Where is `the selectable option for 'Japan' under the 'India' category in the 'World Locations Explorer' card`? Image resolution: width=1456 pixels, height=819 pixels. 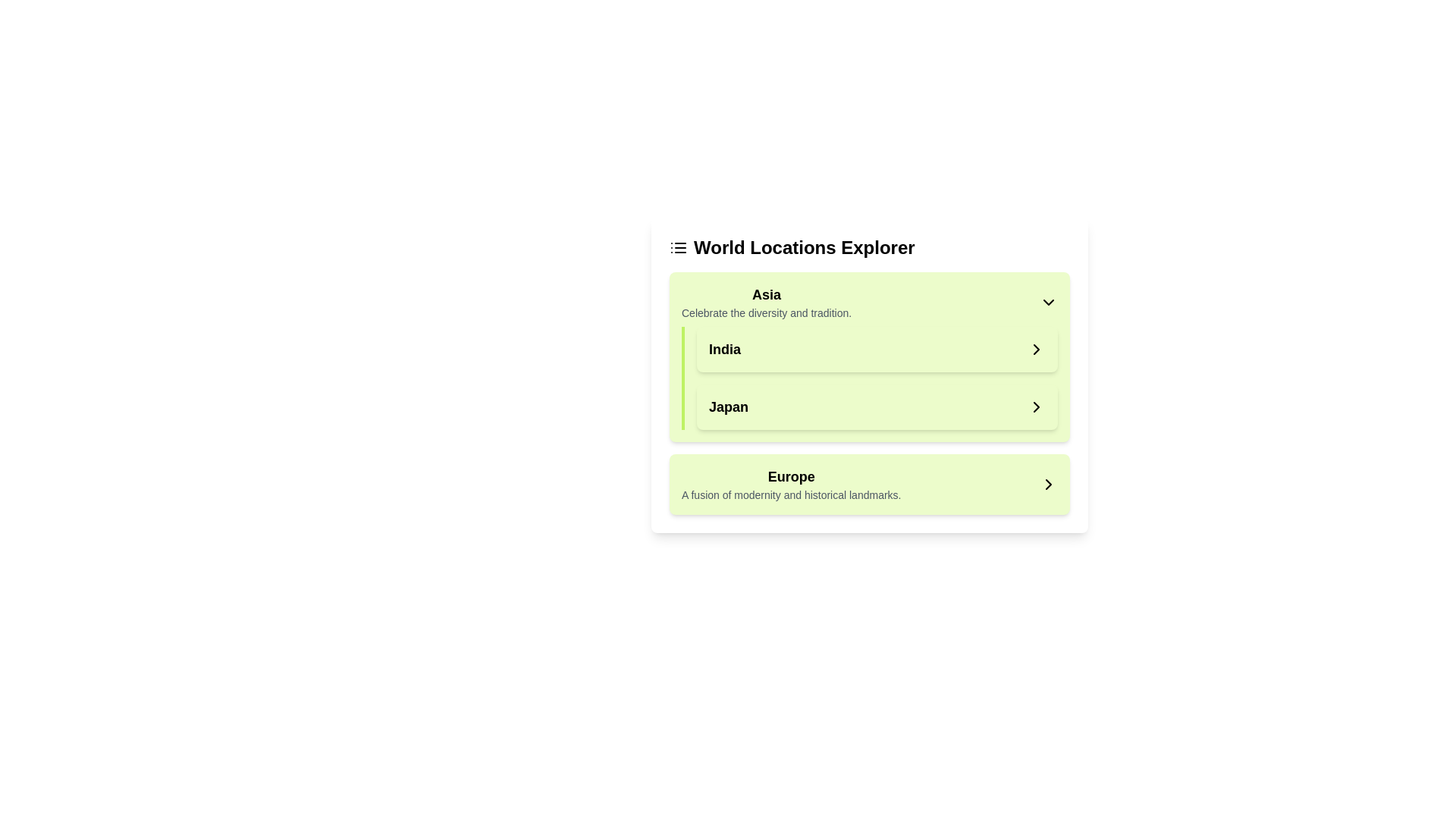 the selectable option for 'Japan' under the 'India' category in the 'World Locations Explorer' card is located at coordinates (877, 406).